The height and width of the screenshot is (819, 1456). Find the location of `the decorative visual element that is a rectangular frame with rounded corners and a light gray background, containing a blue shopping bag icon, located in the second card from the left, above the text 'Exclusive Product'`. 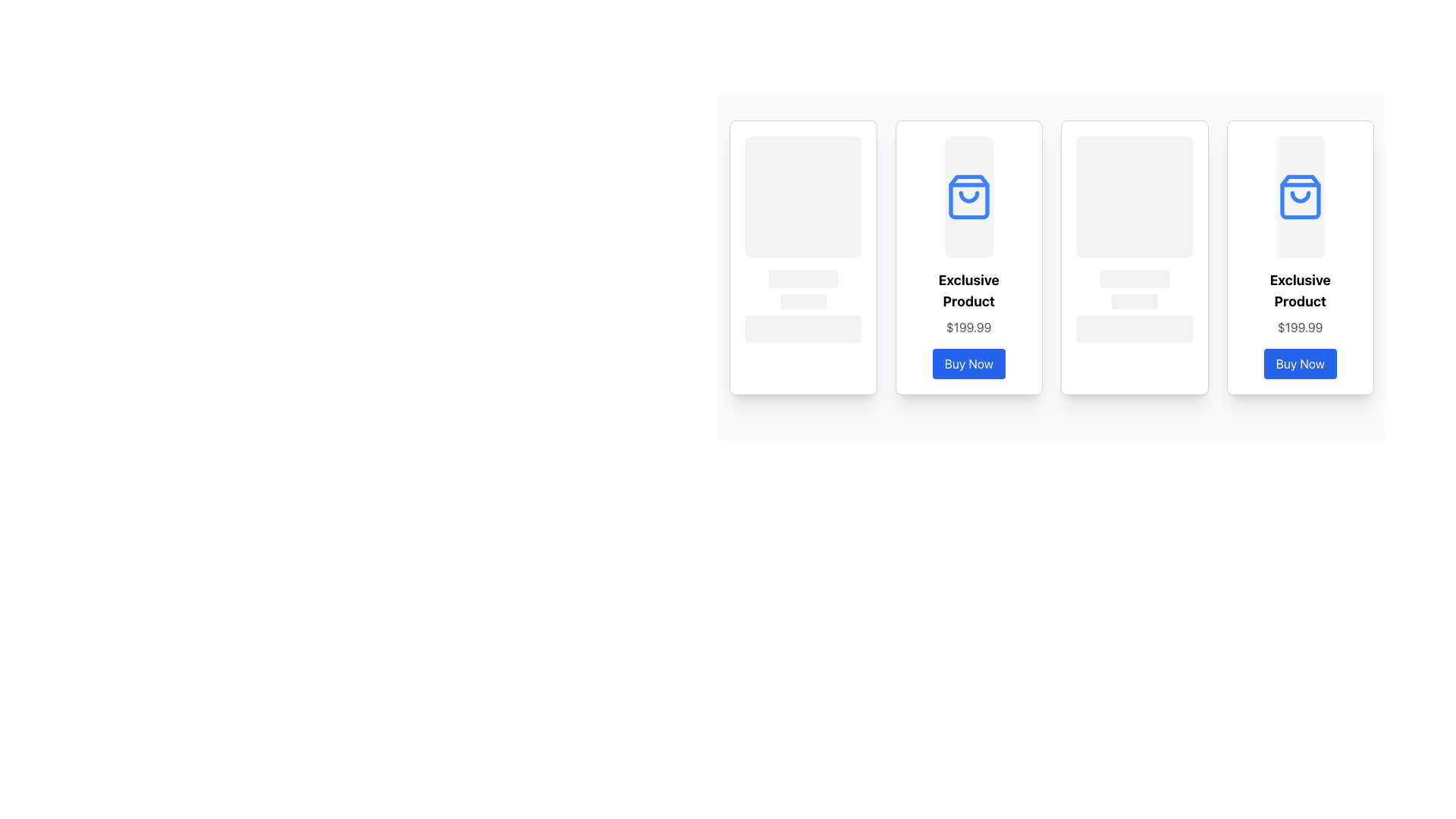

the decorative visual element that is a rectangular frame with rounded corners and a light gray background, containing a blue shopping bag icon, located in the second card from the left, above the text 'Exclusive Product' is located at coordinates (968, 196).